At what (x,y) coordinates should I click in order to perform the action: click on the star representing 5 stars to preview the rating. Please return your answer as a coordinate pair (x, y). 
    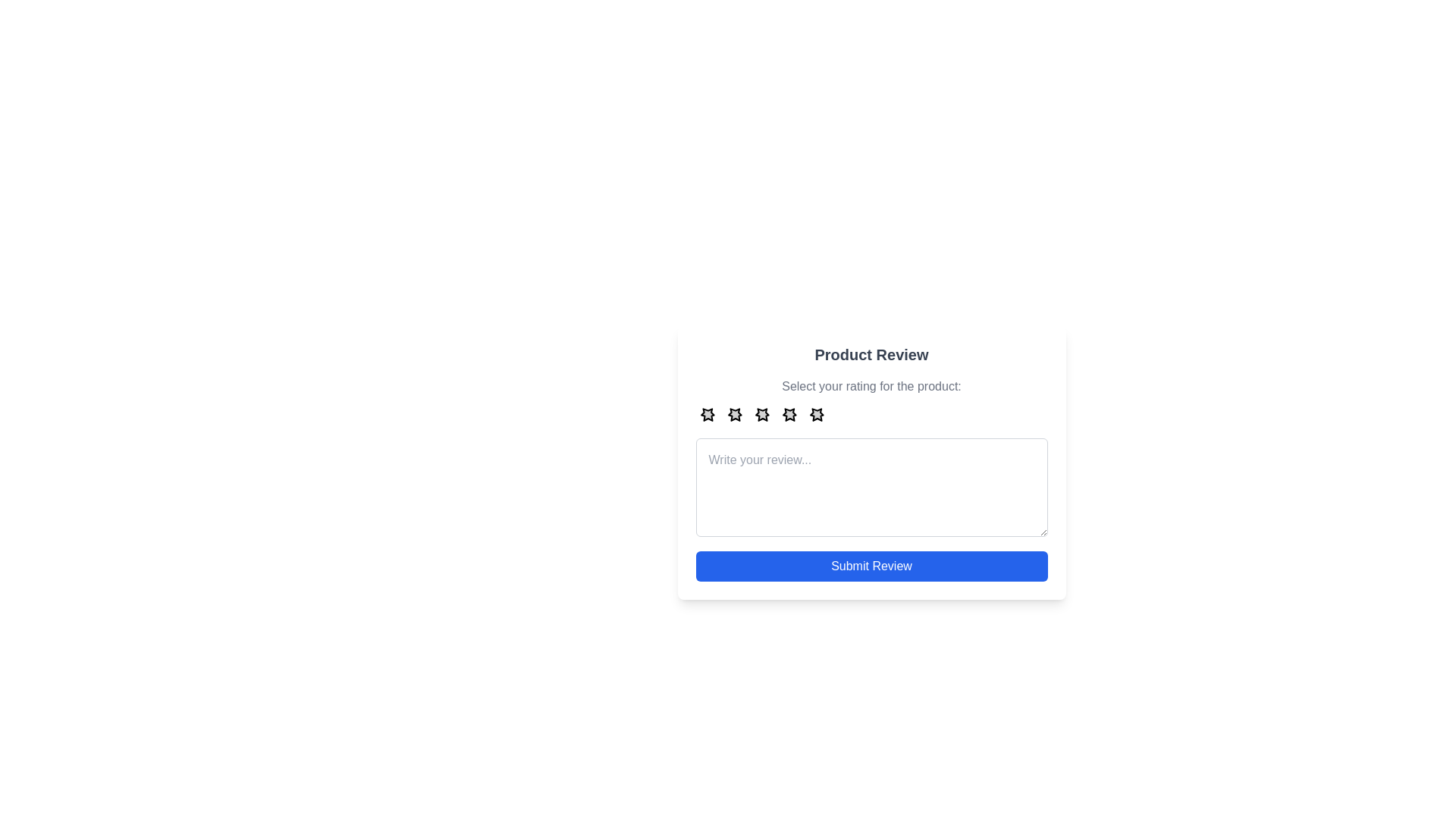
    Looking at the image, I should click on (816, 414).